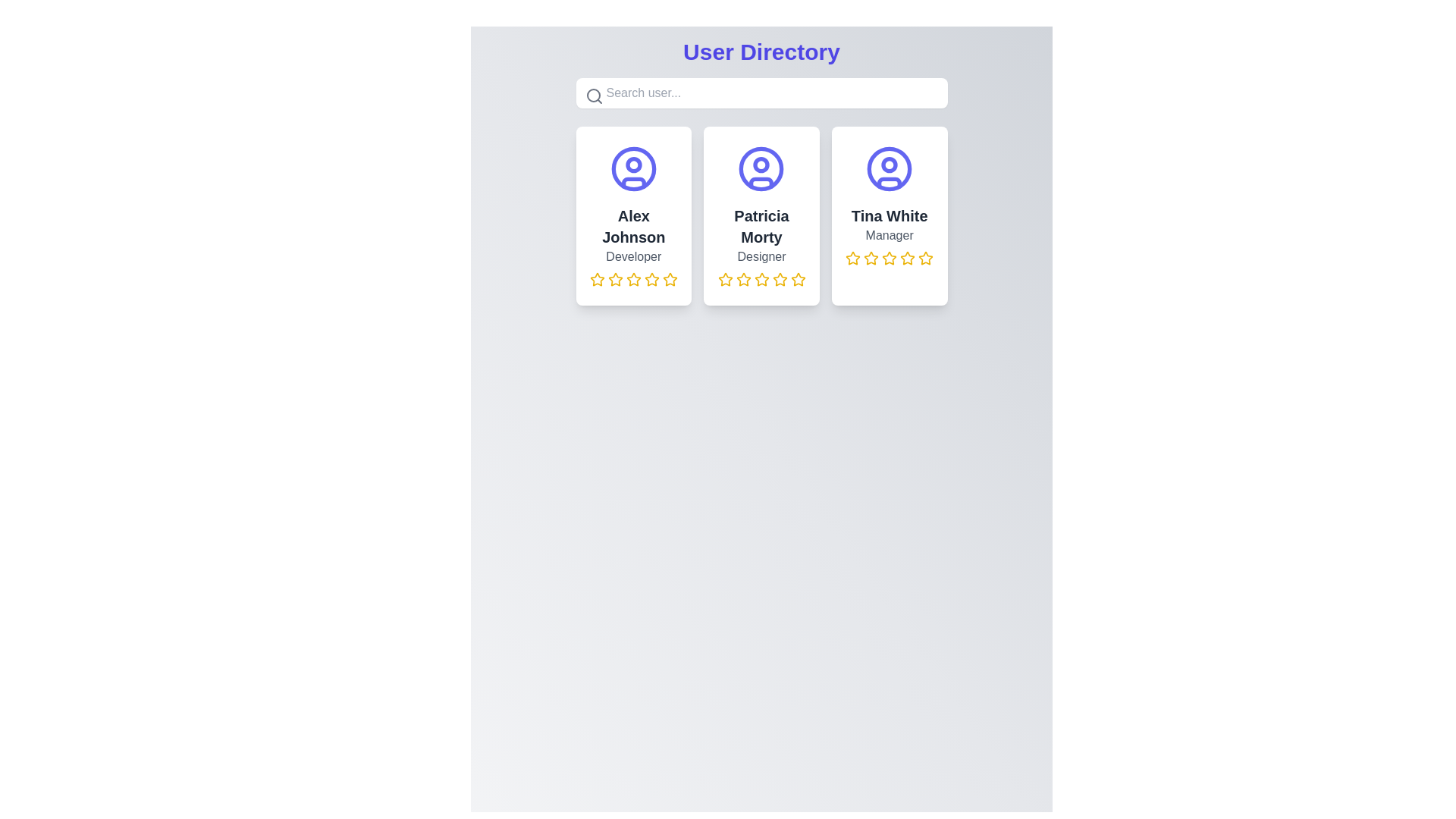 Image resolution: width=1456 pixels, height=819 pixels. What do you see at coordinates (633, 165) in the screenshot?
I see `the small circular SVG element within the user profile icon of Alex Johnson on the leftmost card in the user directory interface` at bounding box center [633, 165].